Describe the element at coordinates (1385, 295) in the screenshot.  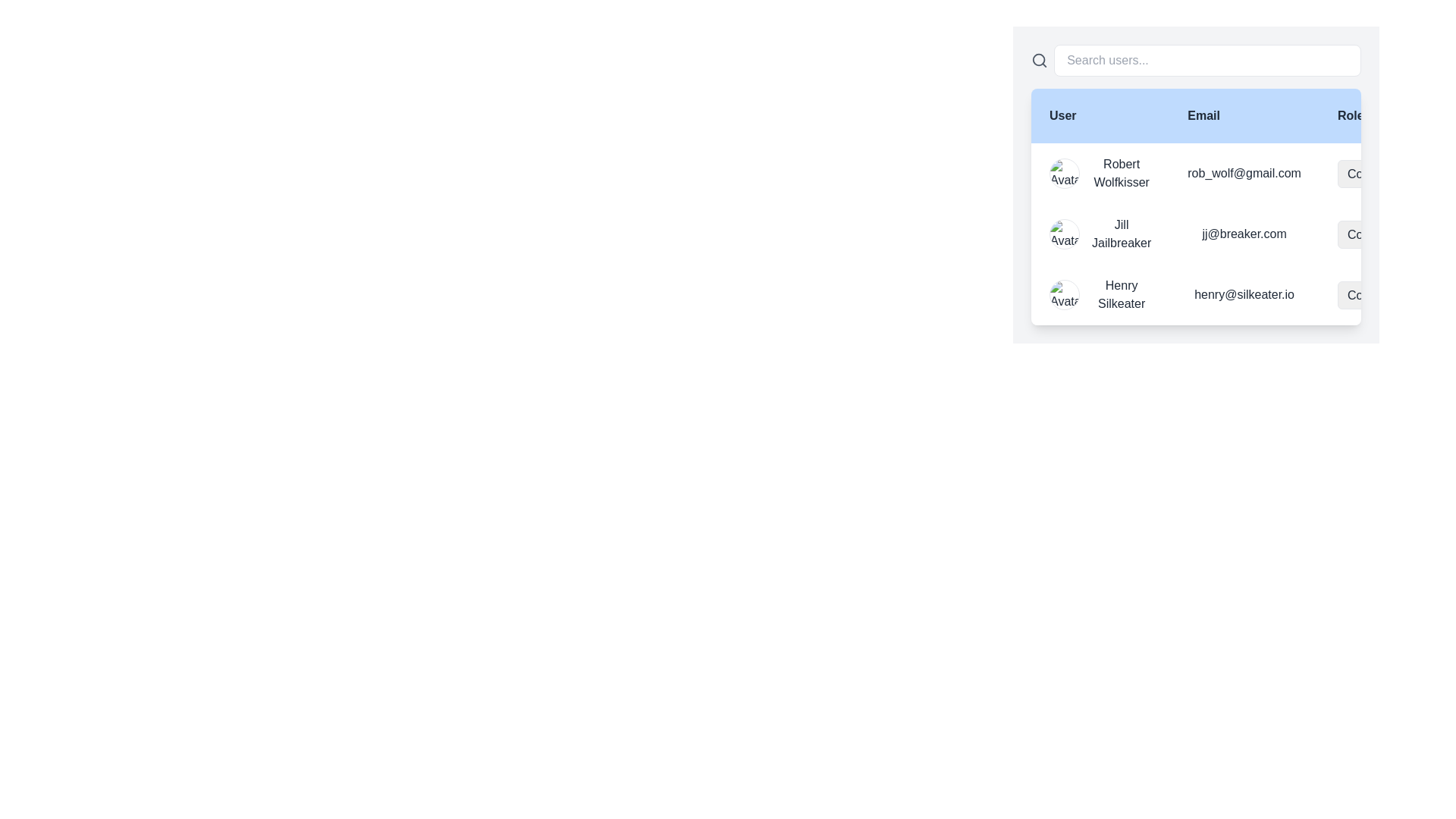
I see `the button labeled 'Co', which is a small rounded rectangle located in the 'Role' column of the table` at that location.